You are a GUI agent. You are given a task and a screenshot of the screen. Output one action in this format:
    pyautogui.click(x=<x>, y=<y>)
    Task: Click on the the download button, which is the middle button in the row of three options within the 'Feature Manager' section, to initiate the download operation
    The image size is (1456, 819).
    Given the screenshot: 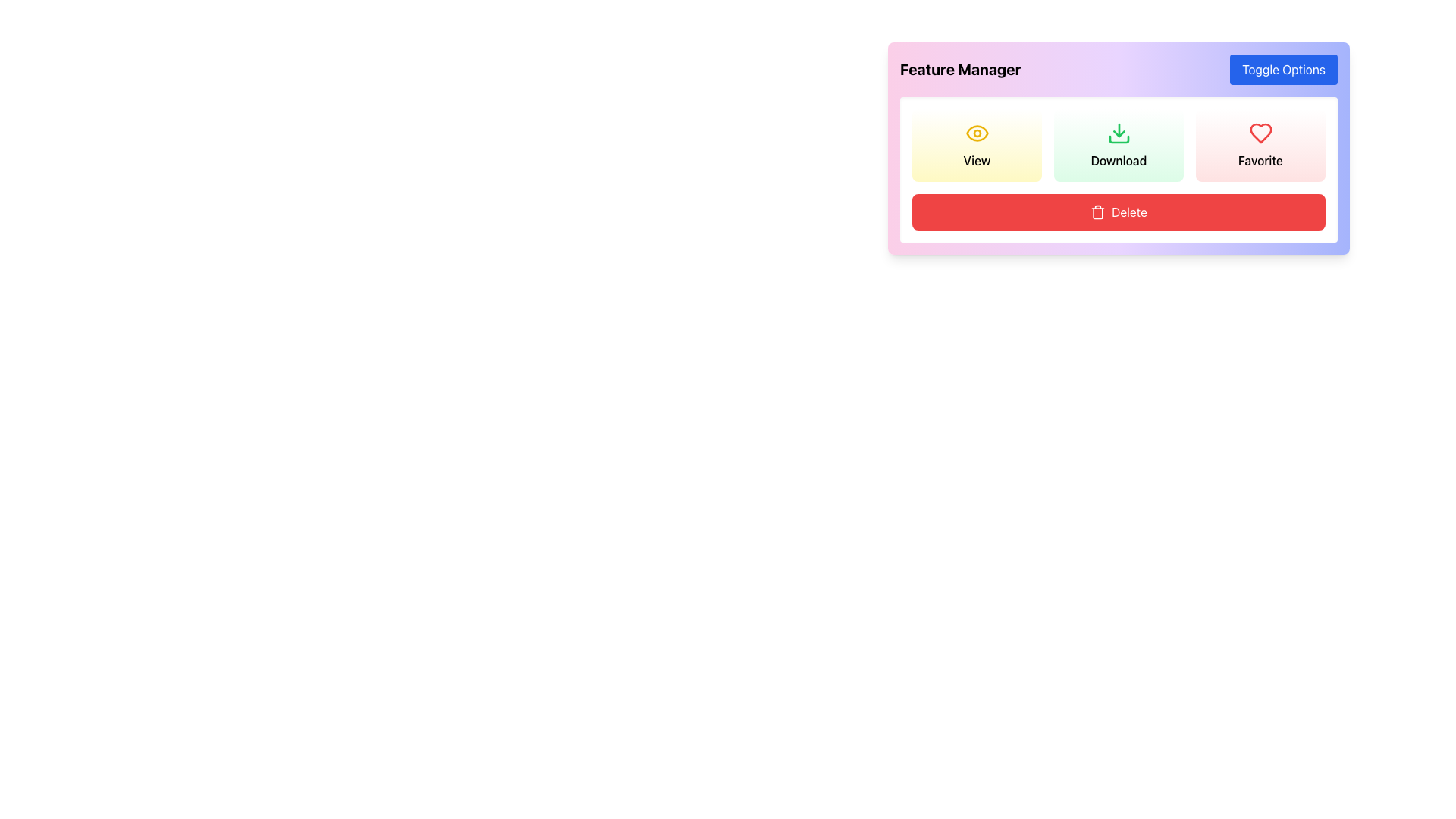 What is the action you would take?
    pyautogui.click(x=1119, y=146)
    